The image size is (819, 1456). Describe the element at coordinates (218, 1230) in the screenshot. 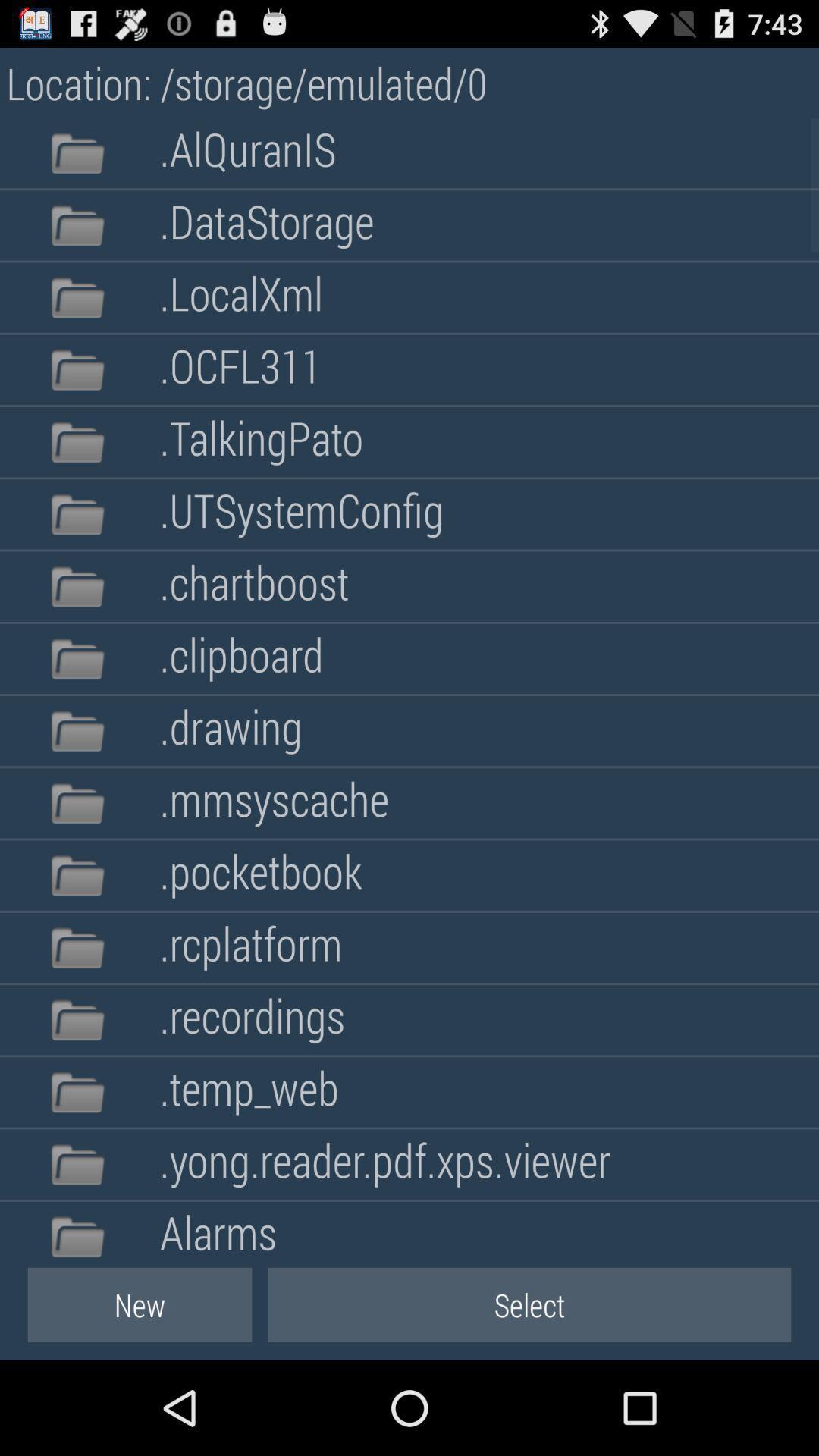

I see `alarms app` at that location.